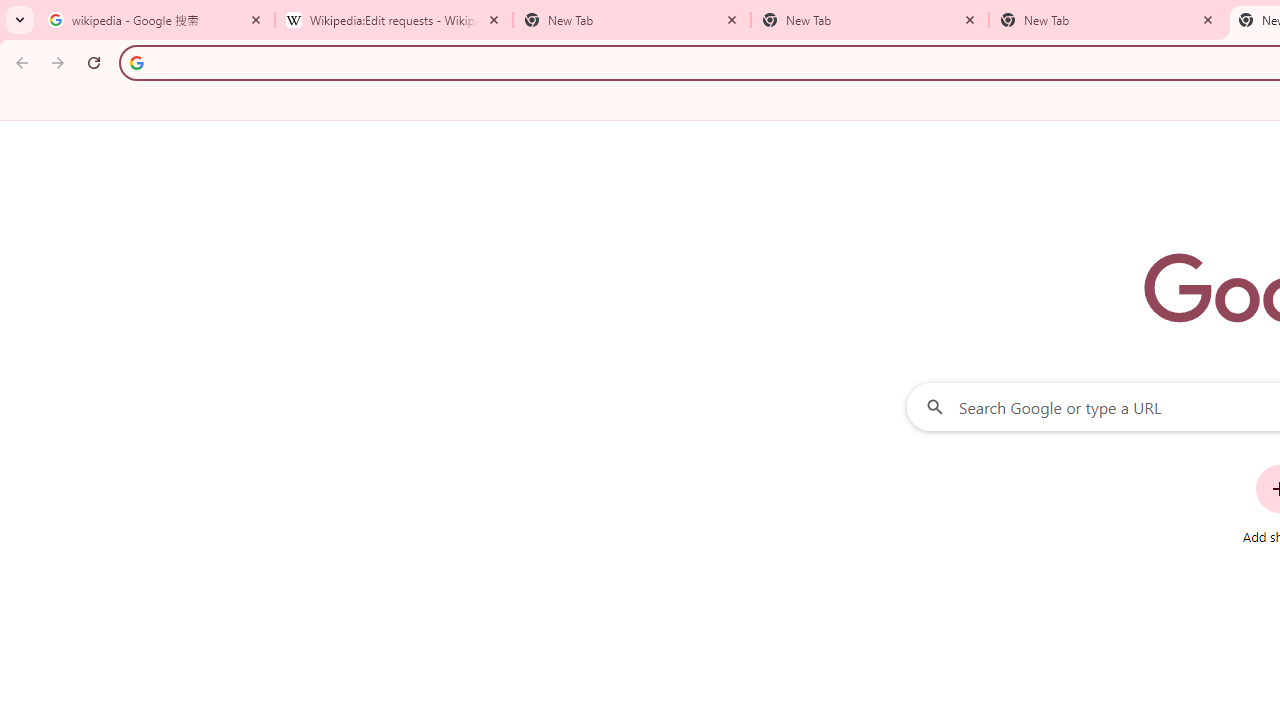 Image resolution: width=1280 pixels, height=720 pixels. I want to click on 'System', so click(10, 11).